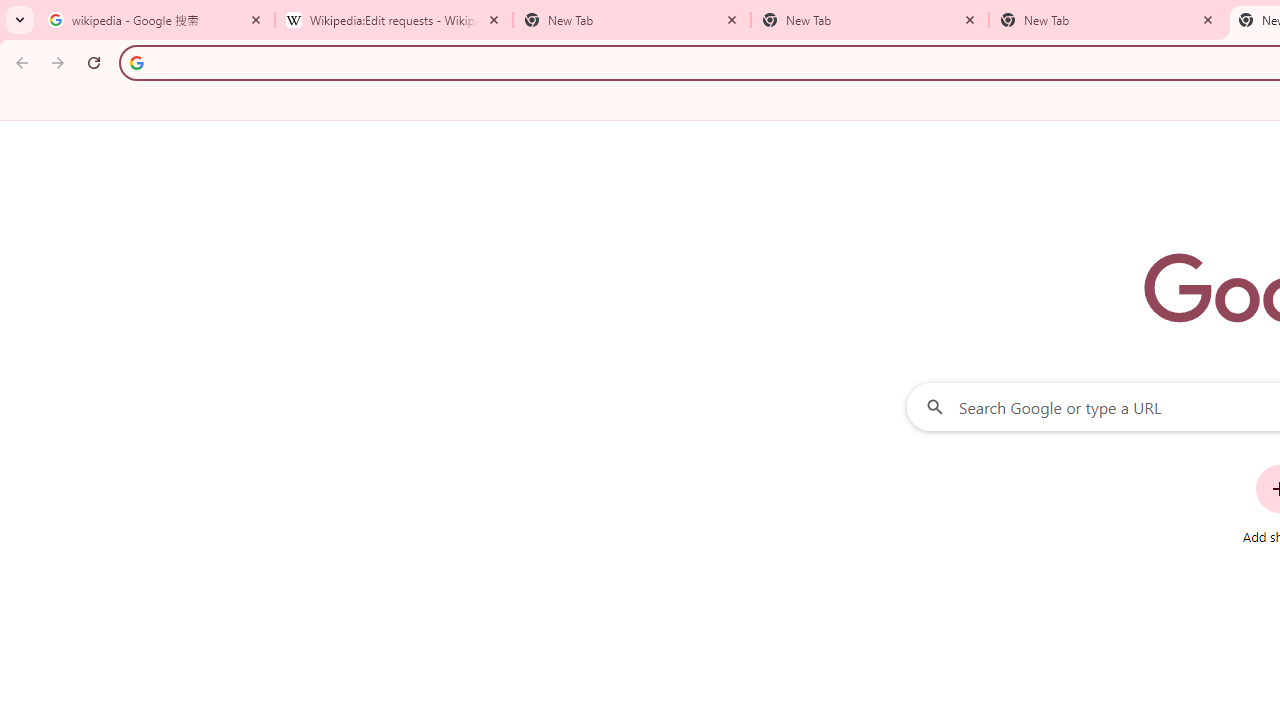 Image resolution: width=1280 pixels, height=720 pixels. I want to click on 'System', so click(10, 11).